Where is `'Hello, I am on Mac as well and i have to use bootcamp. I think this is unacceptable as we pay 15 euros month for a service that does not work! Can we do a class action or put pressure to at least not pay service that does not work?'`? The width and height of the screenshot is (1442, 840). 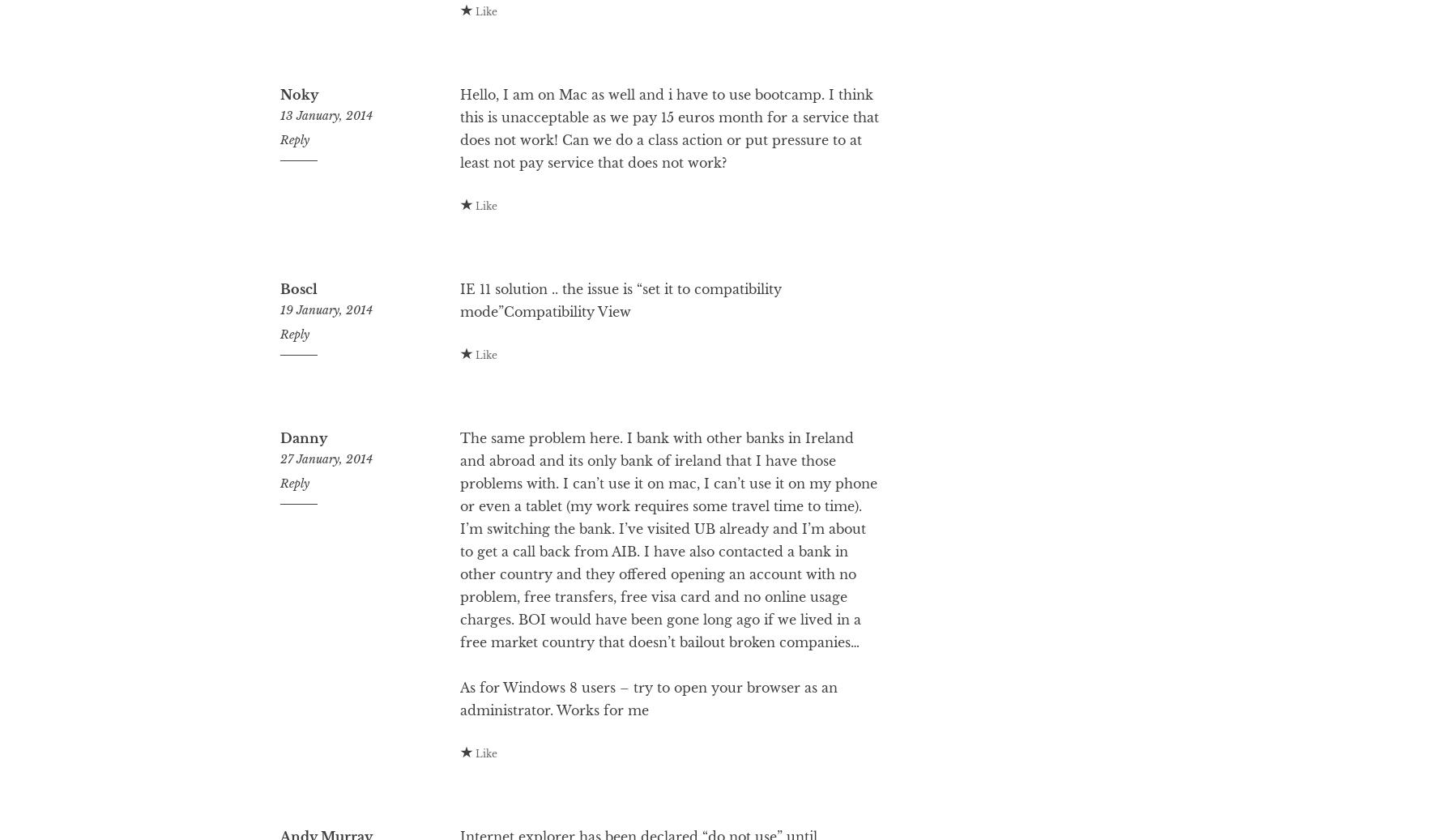 'Hello, I am on Mac as well and i have to use bootcamp. I think this is unacceptable as we pay 15 euros month for a service that does not work! Can we do a class action or put pressure to at least not pay service that does not work?' is located at coordinates (668, 193).